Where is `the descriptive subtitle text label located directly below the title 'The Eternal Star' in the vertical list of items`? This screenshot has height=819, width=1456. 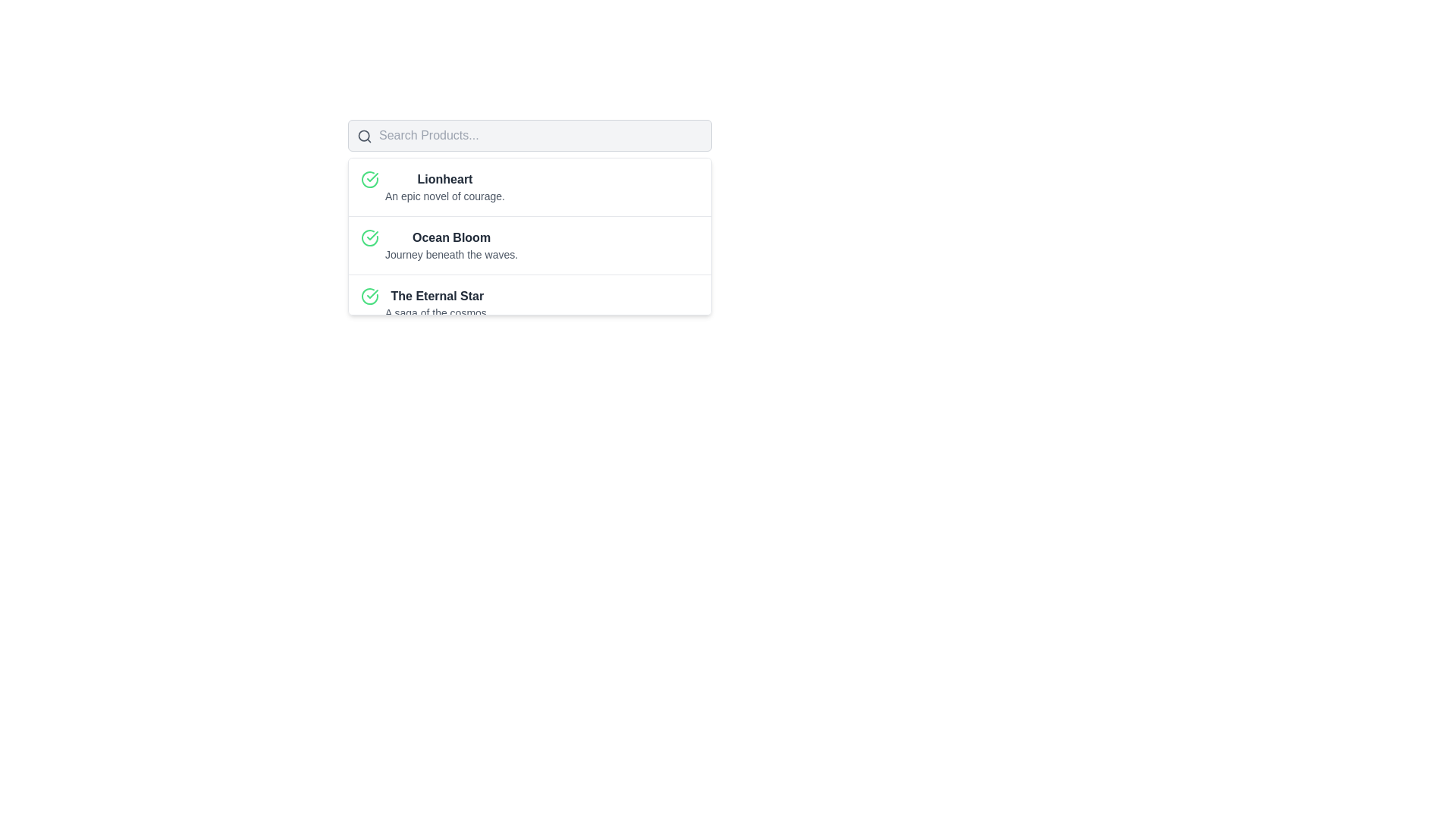
the descriptive subtitle text label located directly below the title 'The Eternal Star' in the vertical list of items is located at coordinates (436, 312).